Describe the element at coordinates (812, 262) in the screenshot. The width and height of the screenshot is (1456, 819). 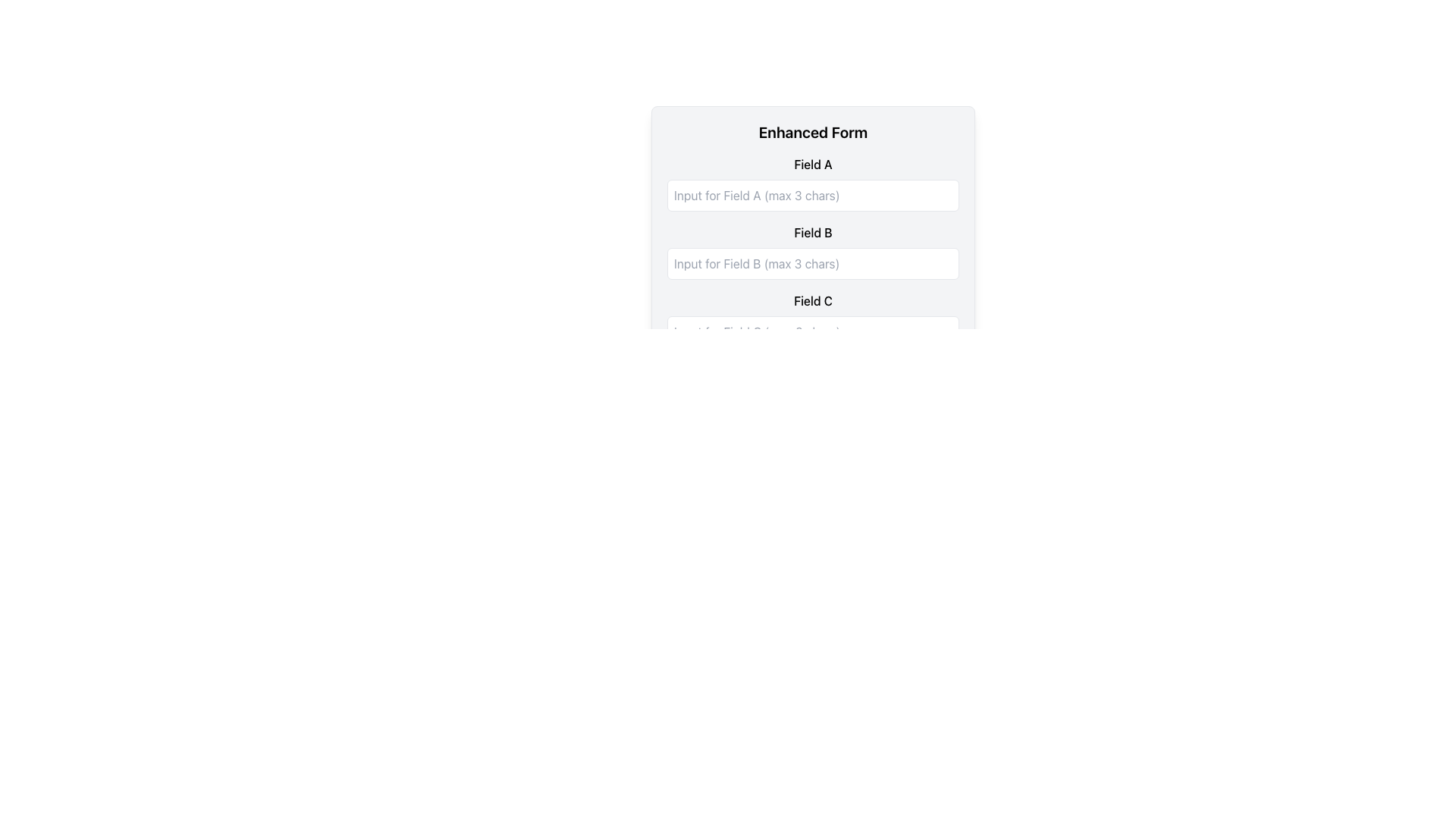
I see `the text input field with a light gray border and a white background, which has a placeholder 'Input for Field B (max 3 chars)', by pressing the tab key` at that location.